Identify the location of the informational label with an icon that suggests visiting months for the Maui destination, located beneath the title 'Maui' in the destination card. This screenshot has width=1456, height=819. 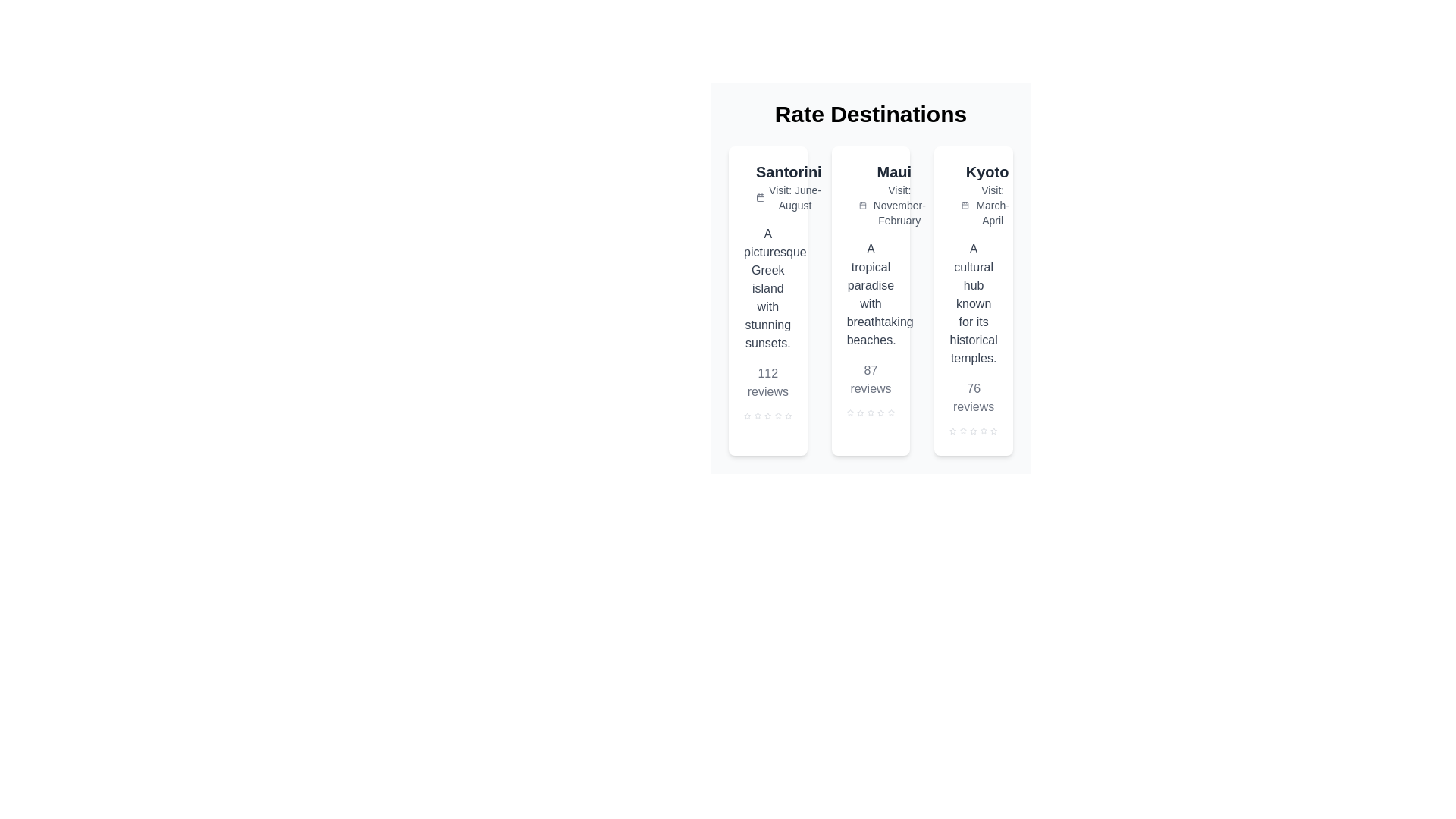
(894, 205).